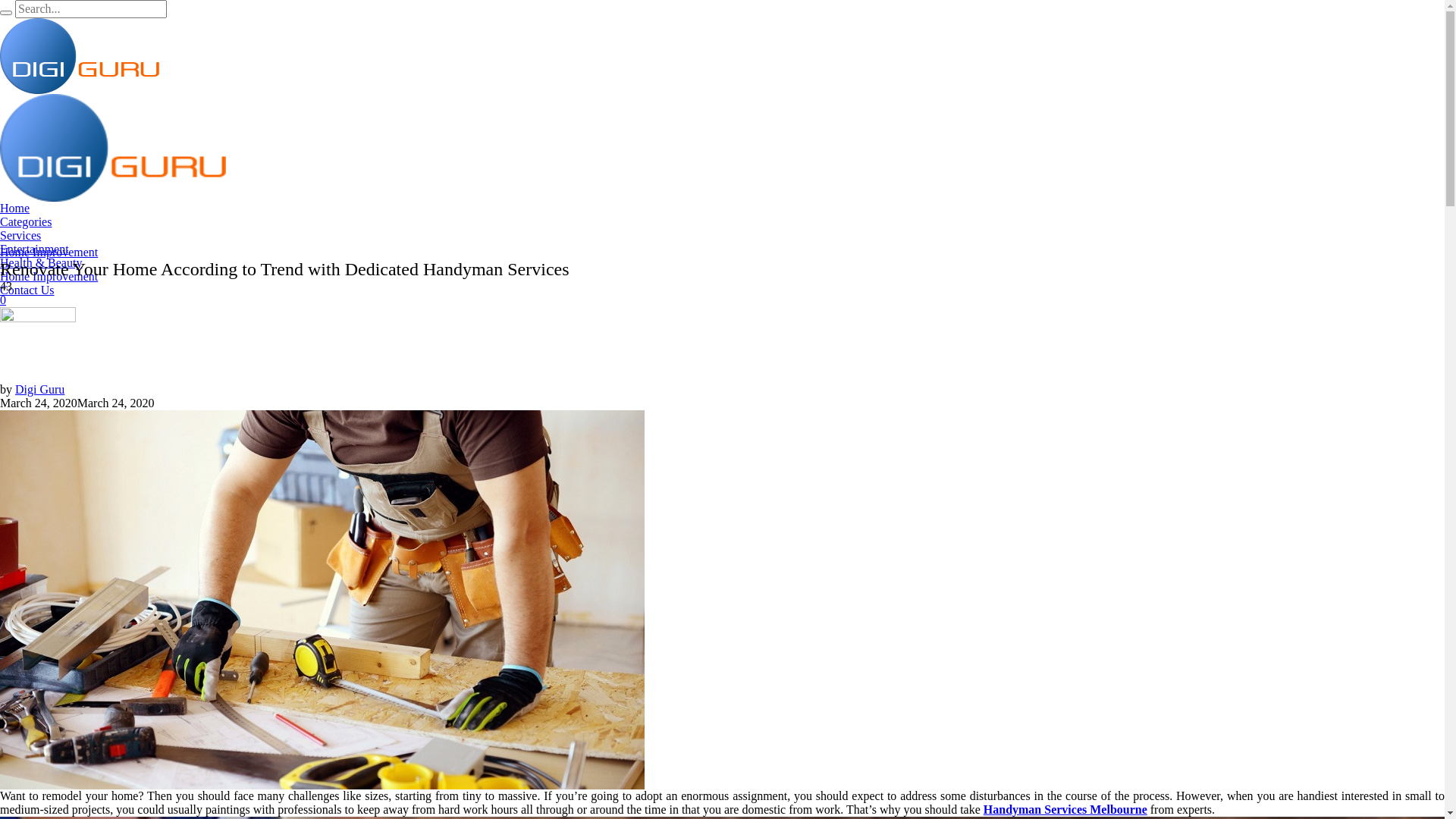  Describe the element at coordinates (49, 251) in the screenshot. I see `'Home Improvement'` at that location.